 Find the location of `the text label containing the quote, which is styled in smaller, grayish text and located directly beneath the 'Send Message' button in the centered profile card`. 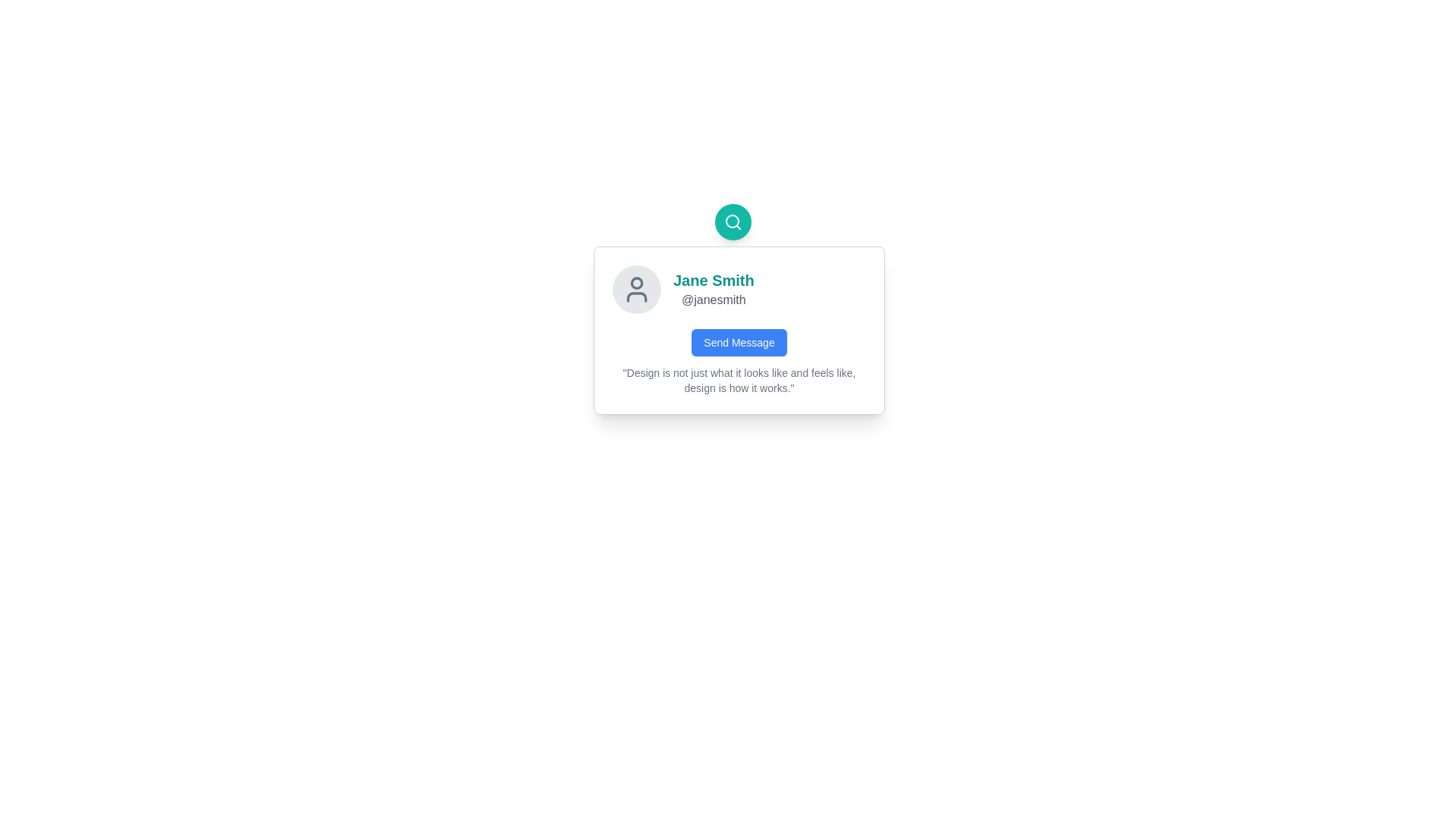

the text label containing the quote, which is styled in smaller, grayish text and located directly beneath the 'Send Message' button in the centered profile card is located at coordinates (739, 379).